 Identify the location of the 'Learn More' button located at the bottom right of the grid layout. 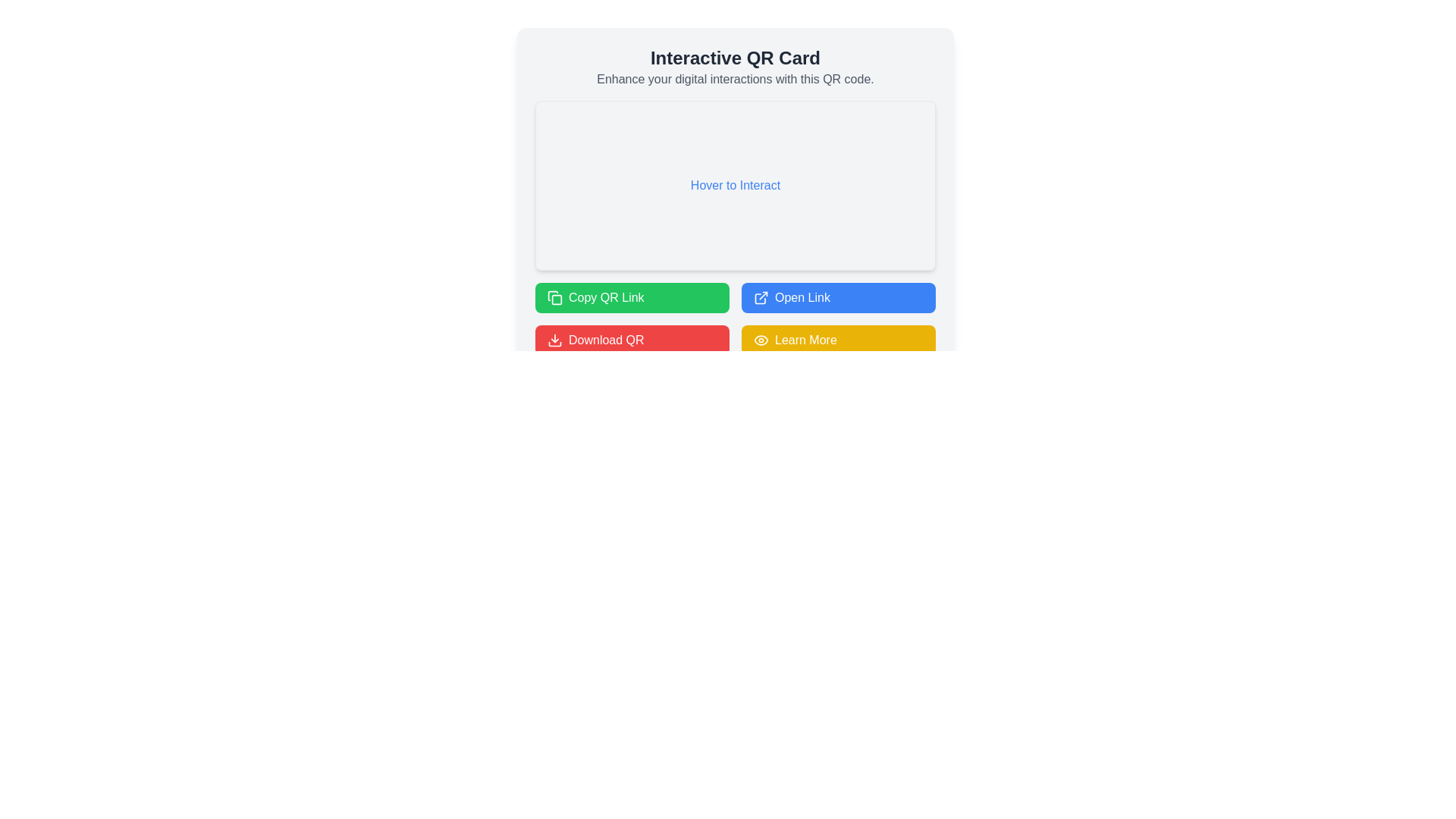
(837, 339).